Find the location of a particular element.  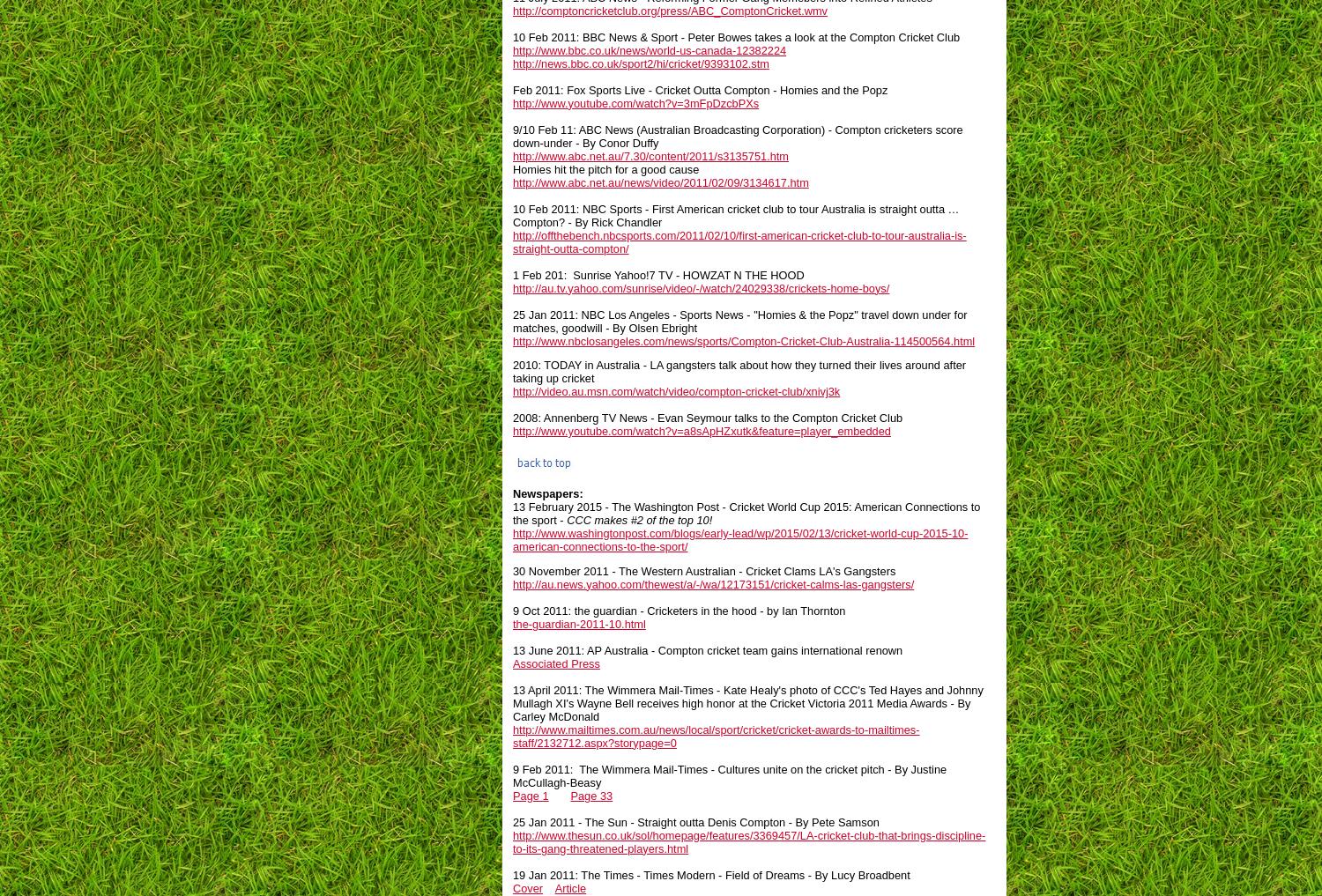

'http://www.abc.net.au/news/video/2011/02/09/3134617.htm' is located at coordinates (512, 181).